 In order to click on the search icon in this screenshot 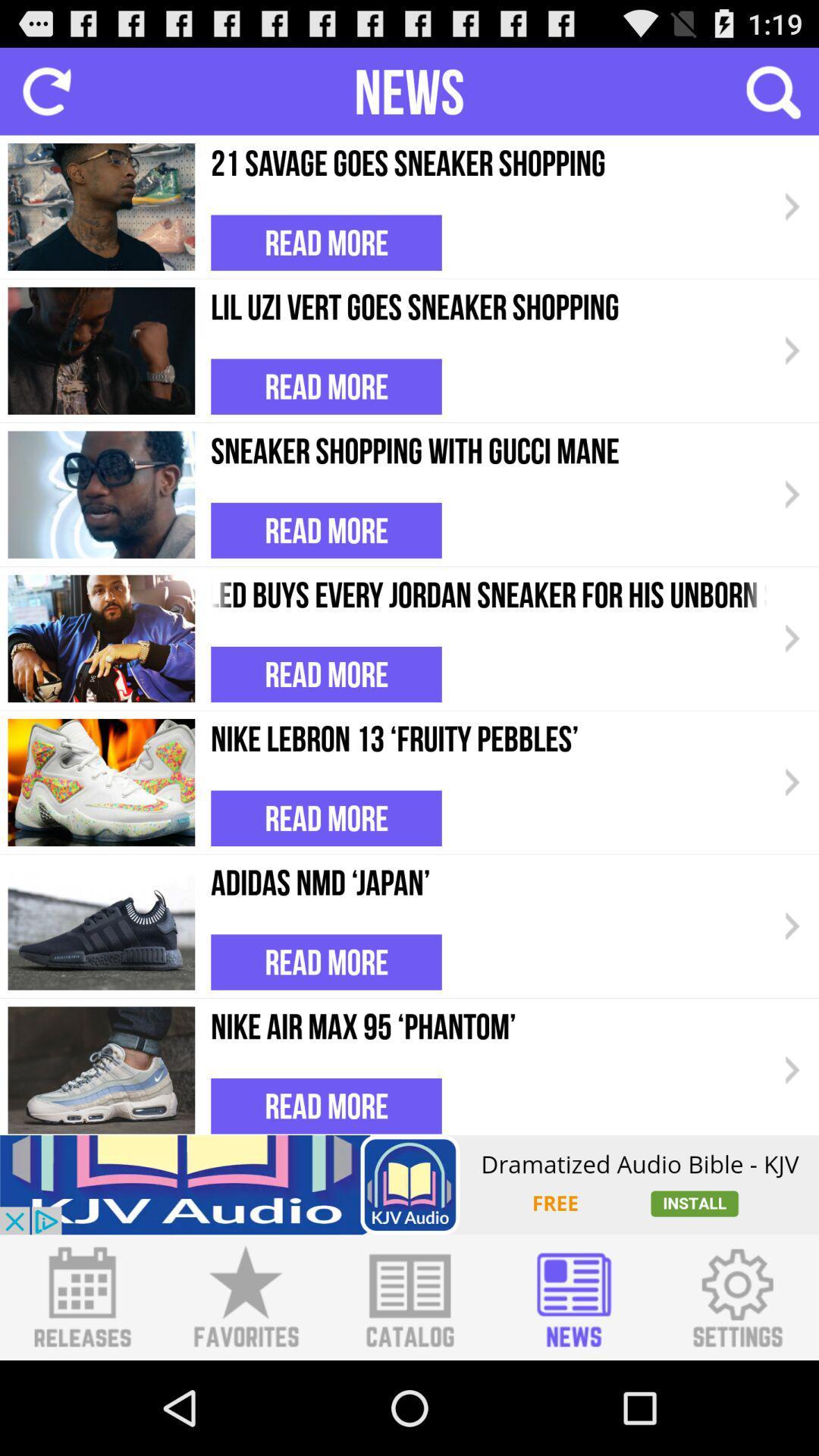, I will do `click(772, 97)`.